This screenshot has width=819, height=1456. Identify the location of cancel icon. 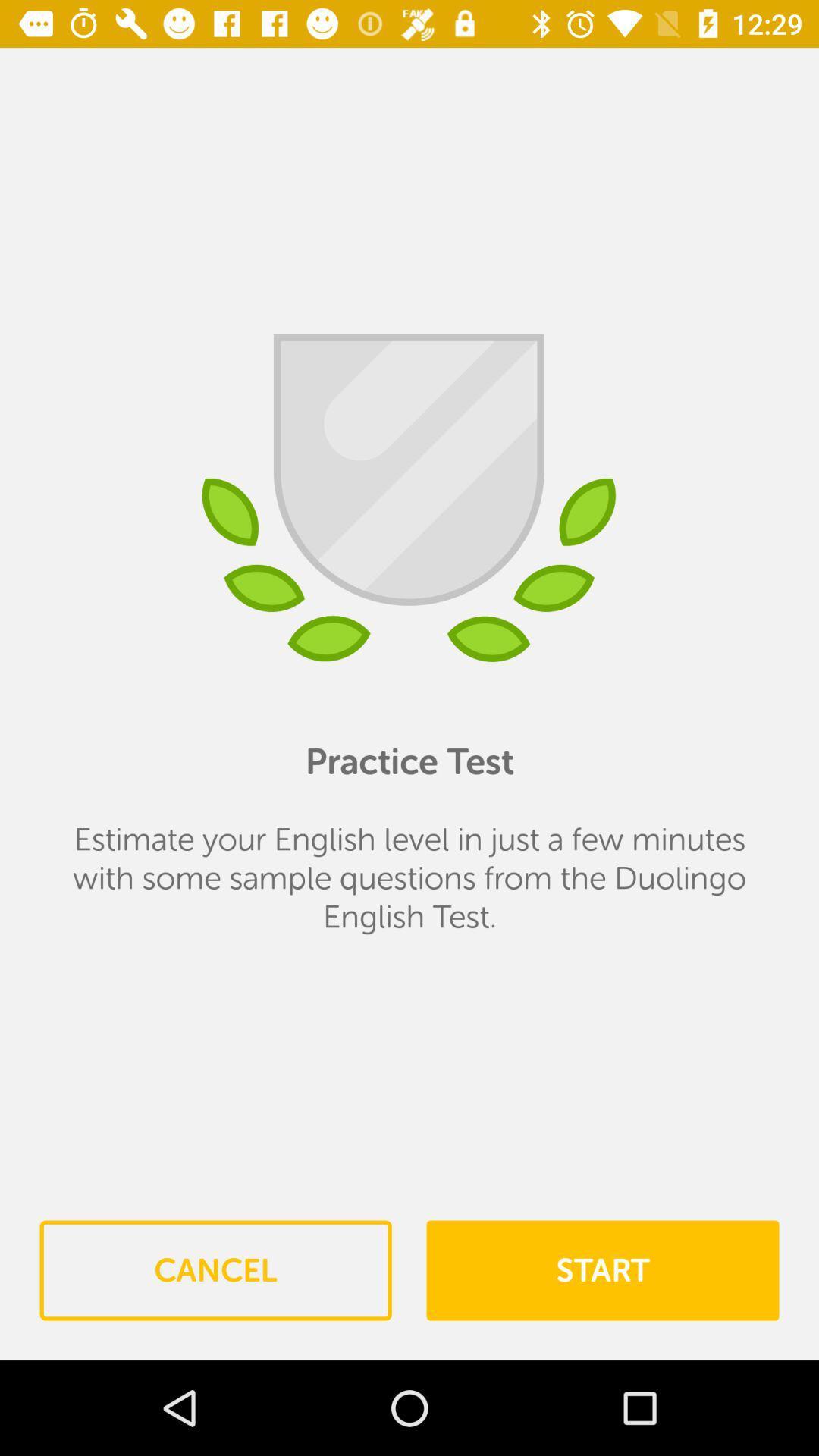
(215, 1270).